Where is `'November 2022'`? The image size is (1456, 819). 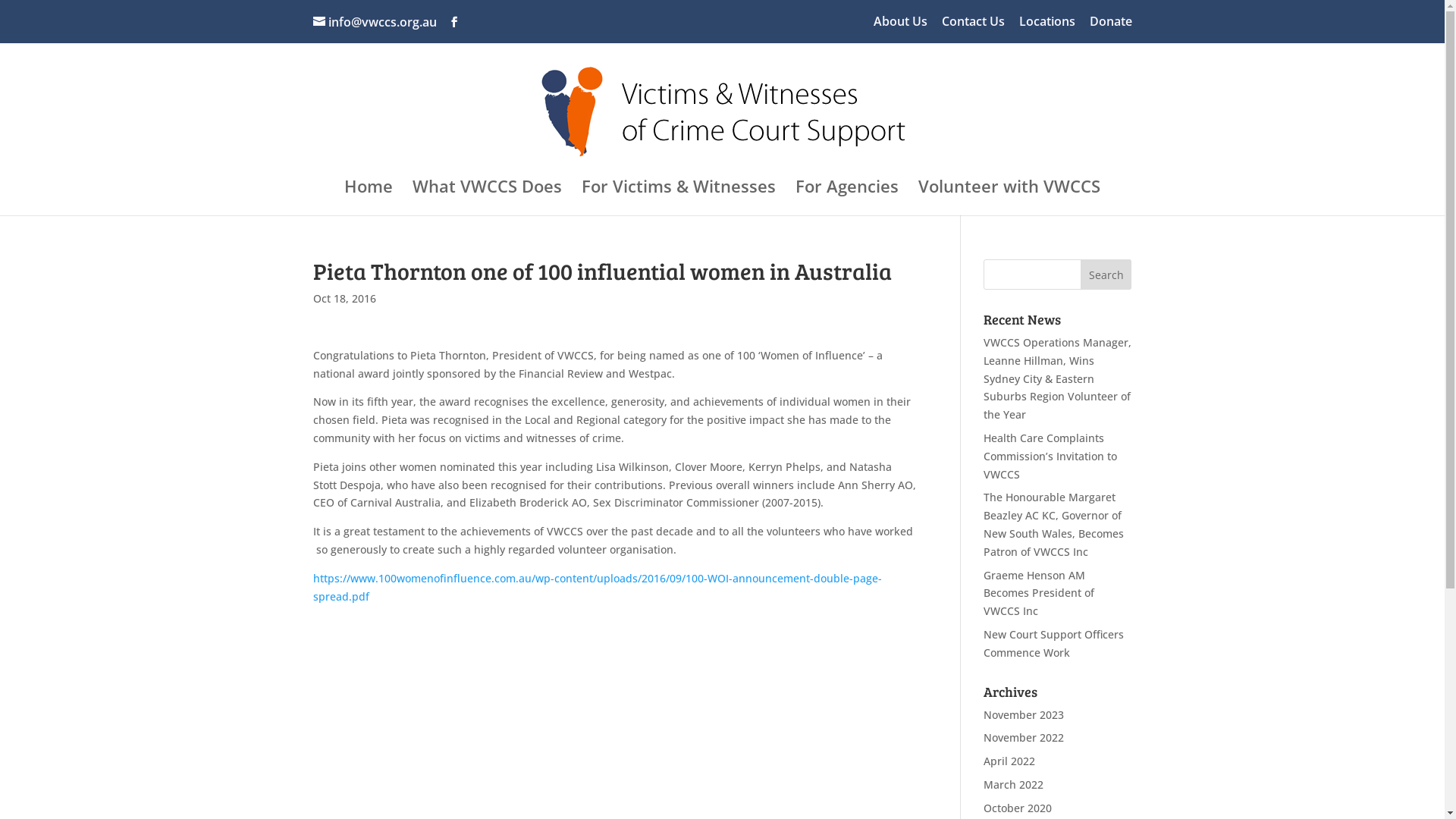
'November 2022' is located at coordinates (983, 736).